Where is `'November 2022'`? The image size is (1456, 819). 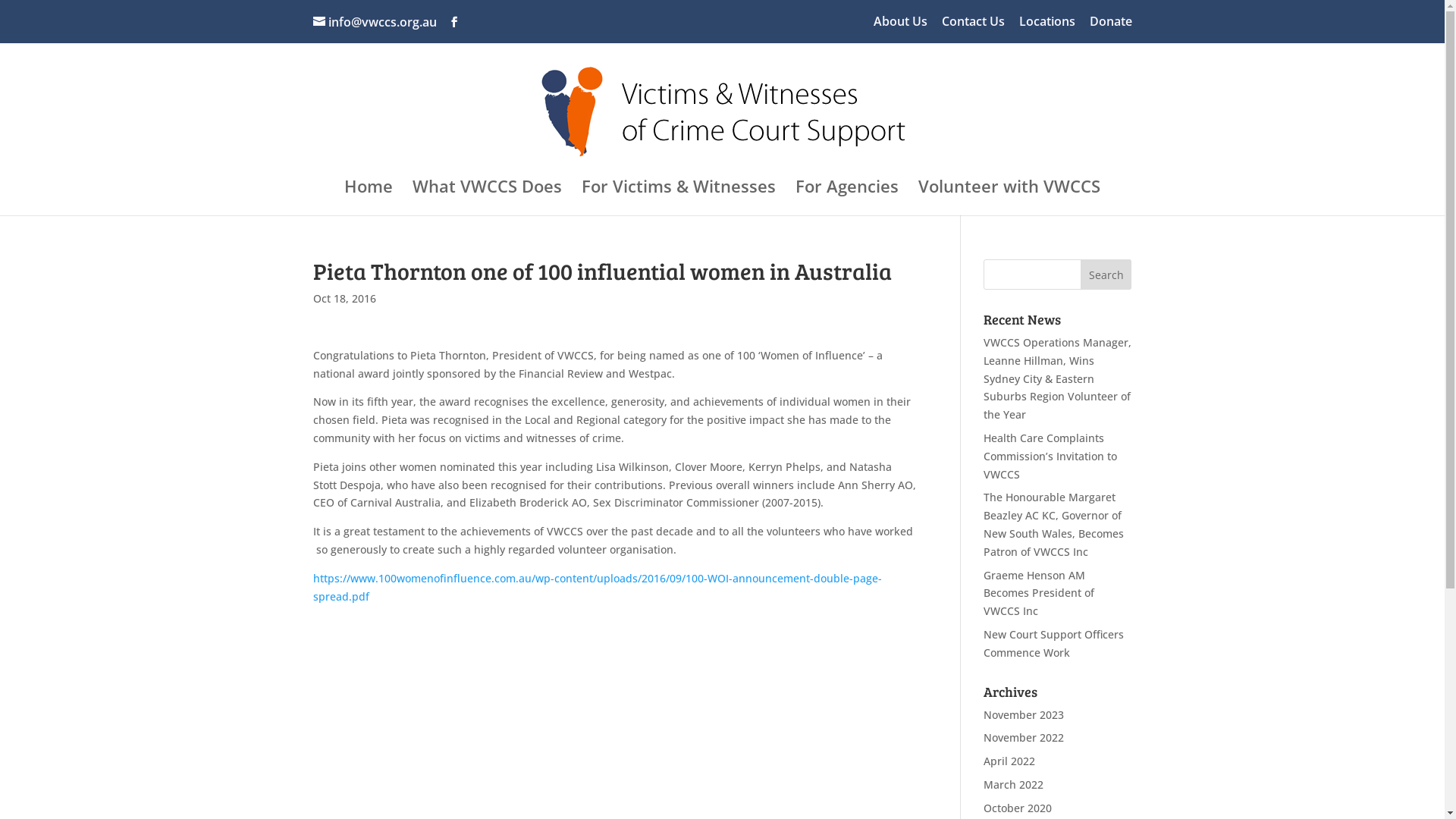
'November 2022' is located at coordinates (983, 736).